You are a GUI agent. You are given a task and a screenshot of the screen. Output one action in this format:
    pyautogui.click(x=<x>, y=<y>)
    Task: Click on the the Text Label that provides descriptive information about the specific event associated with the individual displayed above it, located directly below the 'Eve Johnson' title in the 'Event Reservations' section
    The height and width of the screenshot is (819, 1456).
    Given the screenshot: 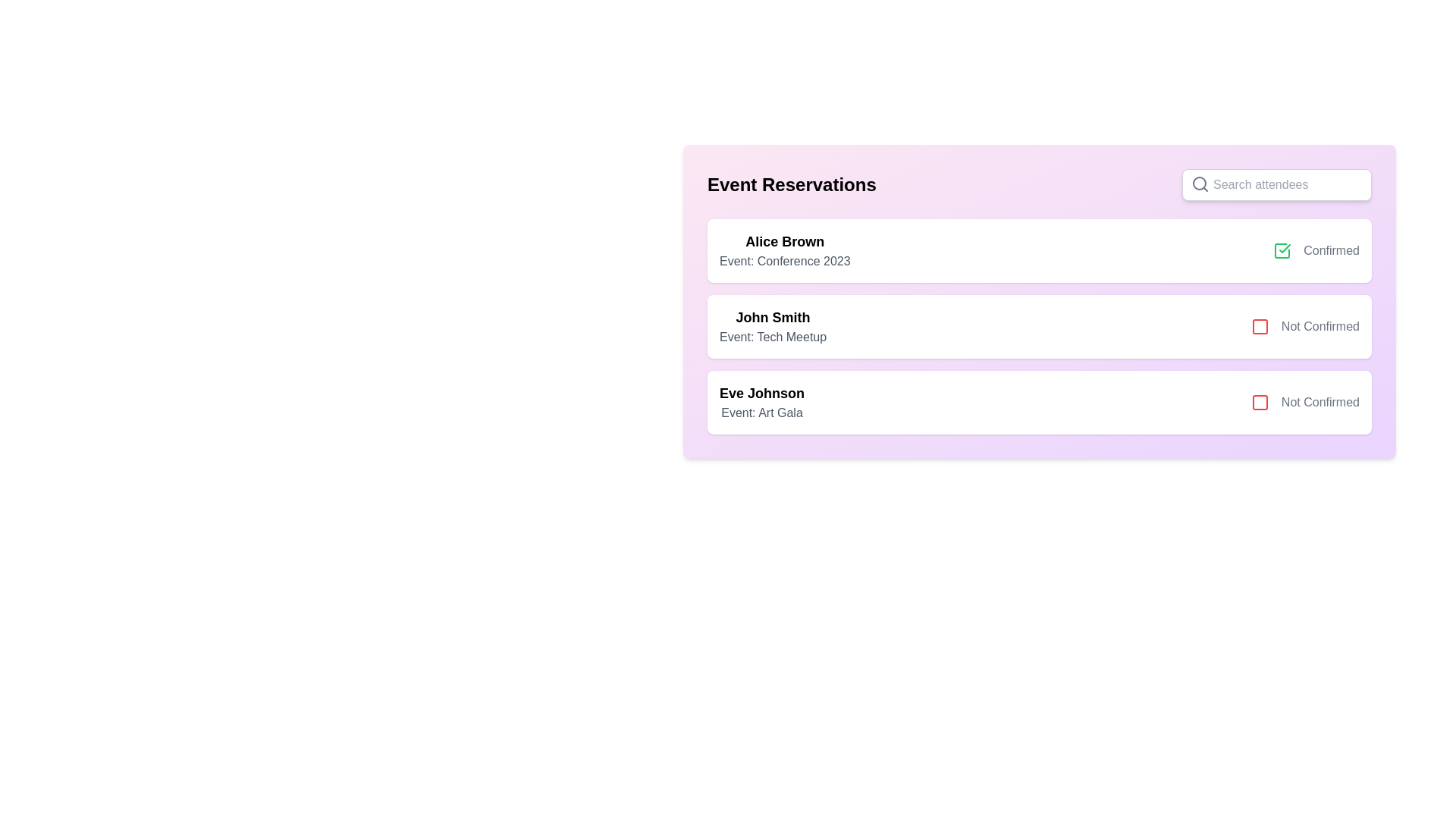 What is the action you would take?
    pyautogui.click(x=761, y=413)
    